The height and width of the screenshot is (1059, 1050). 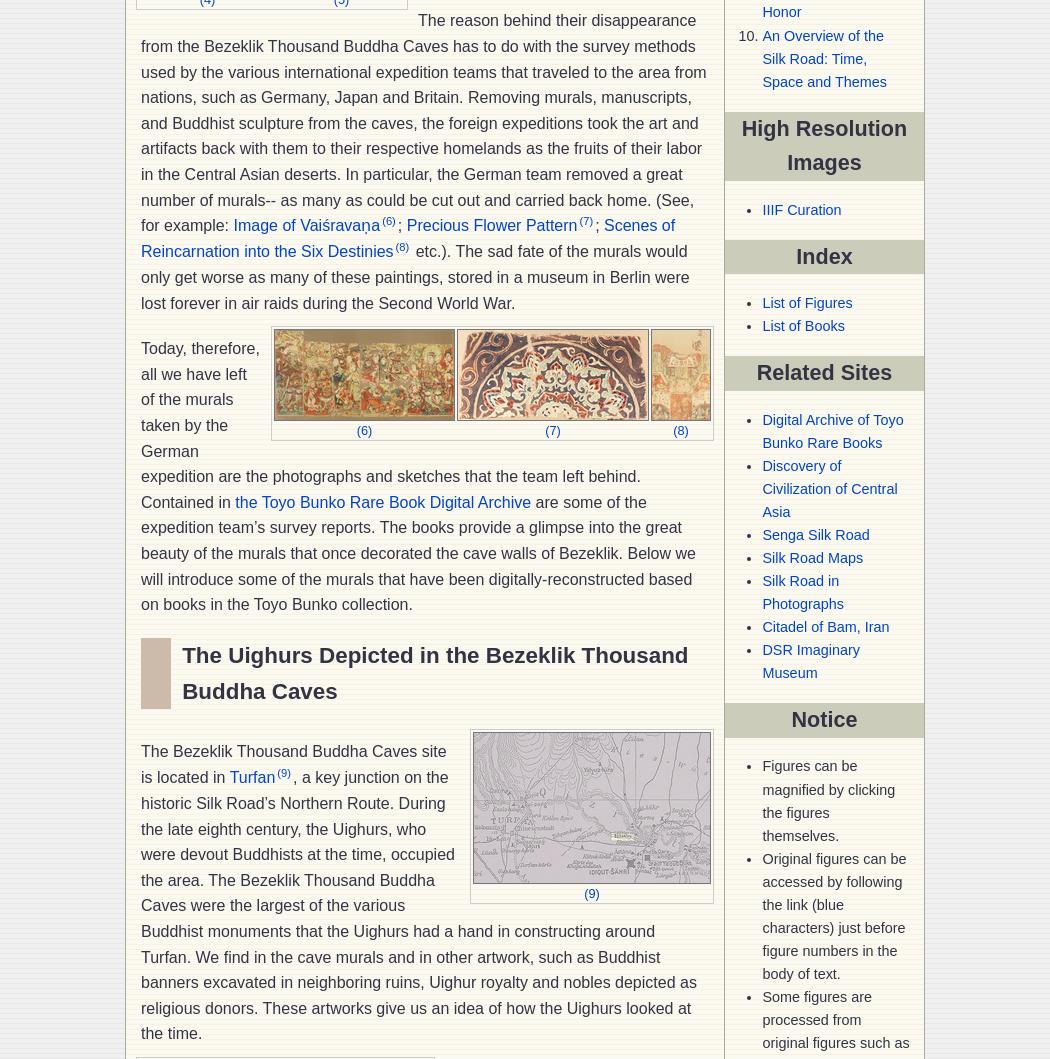 I want to click on 'IIIF Curation', so click(x=800, y=208).